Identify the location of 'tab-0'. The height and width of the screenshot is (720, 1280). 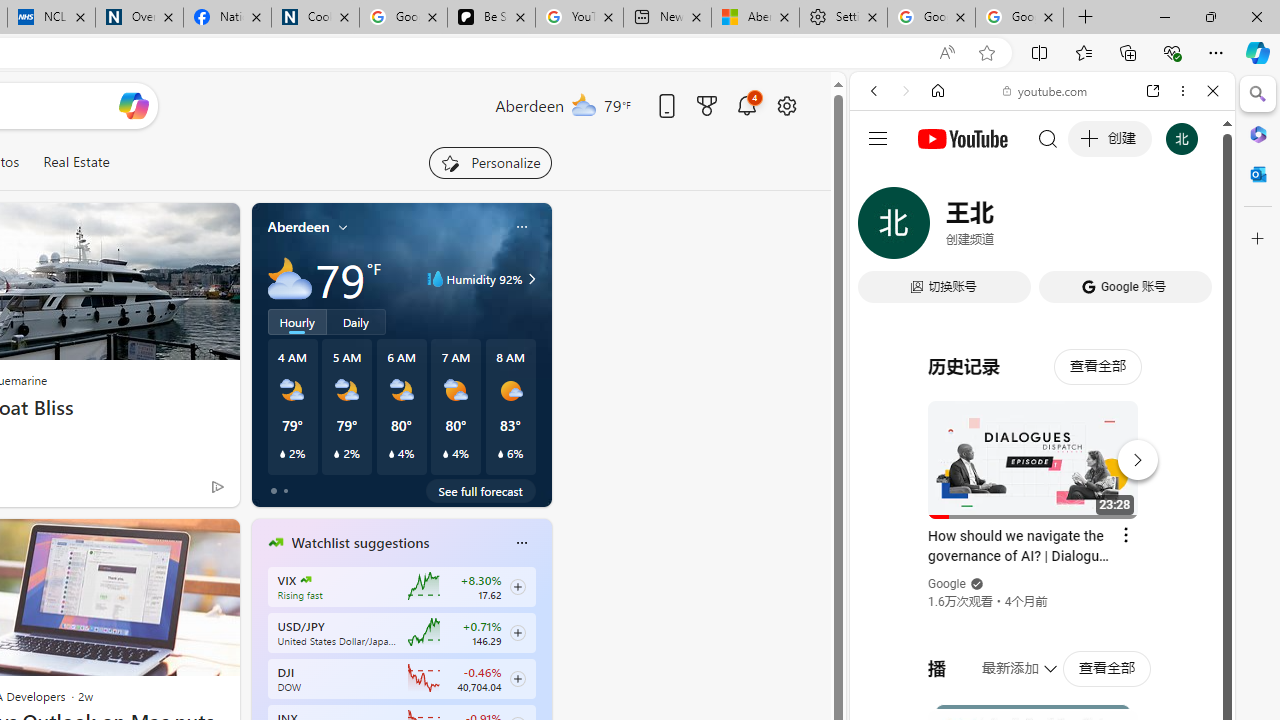
(272, 491).